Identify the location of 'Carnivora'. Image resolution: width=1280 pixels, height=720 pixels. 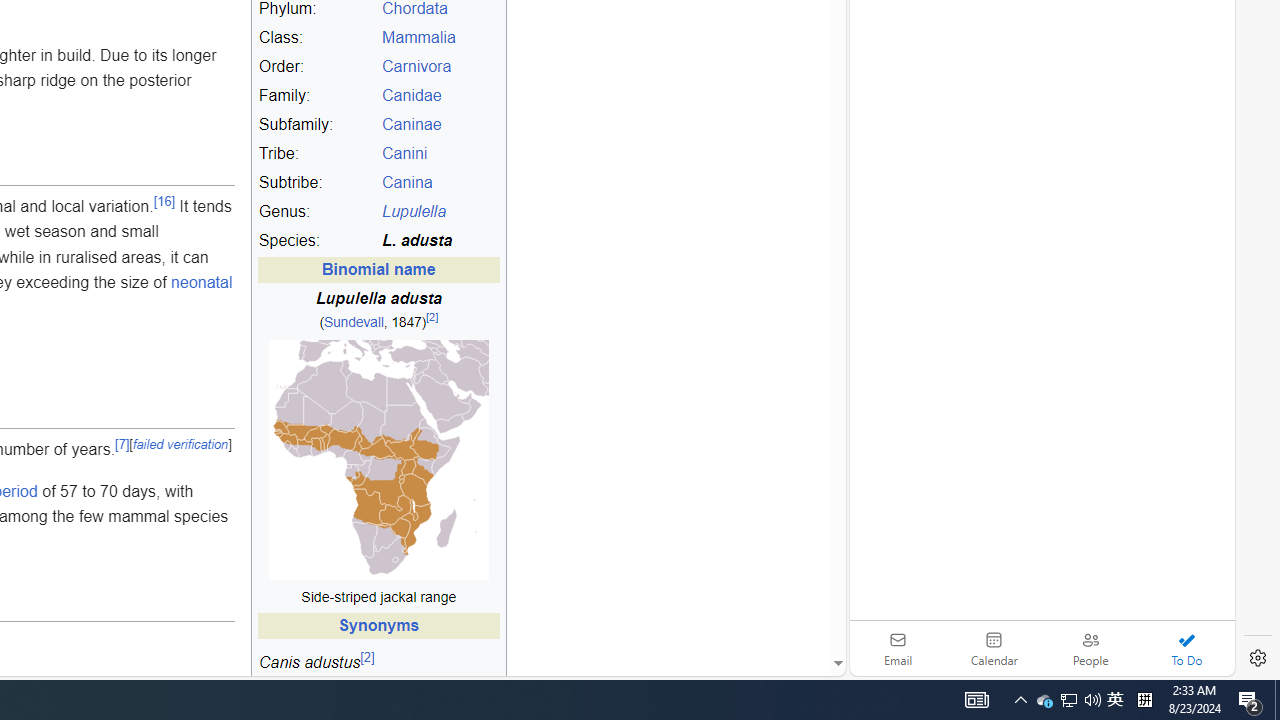
(439, 66).